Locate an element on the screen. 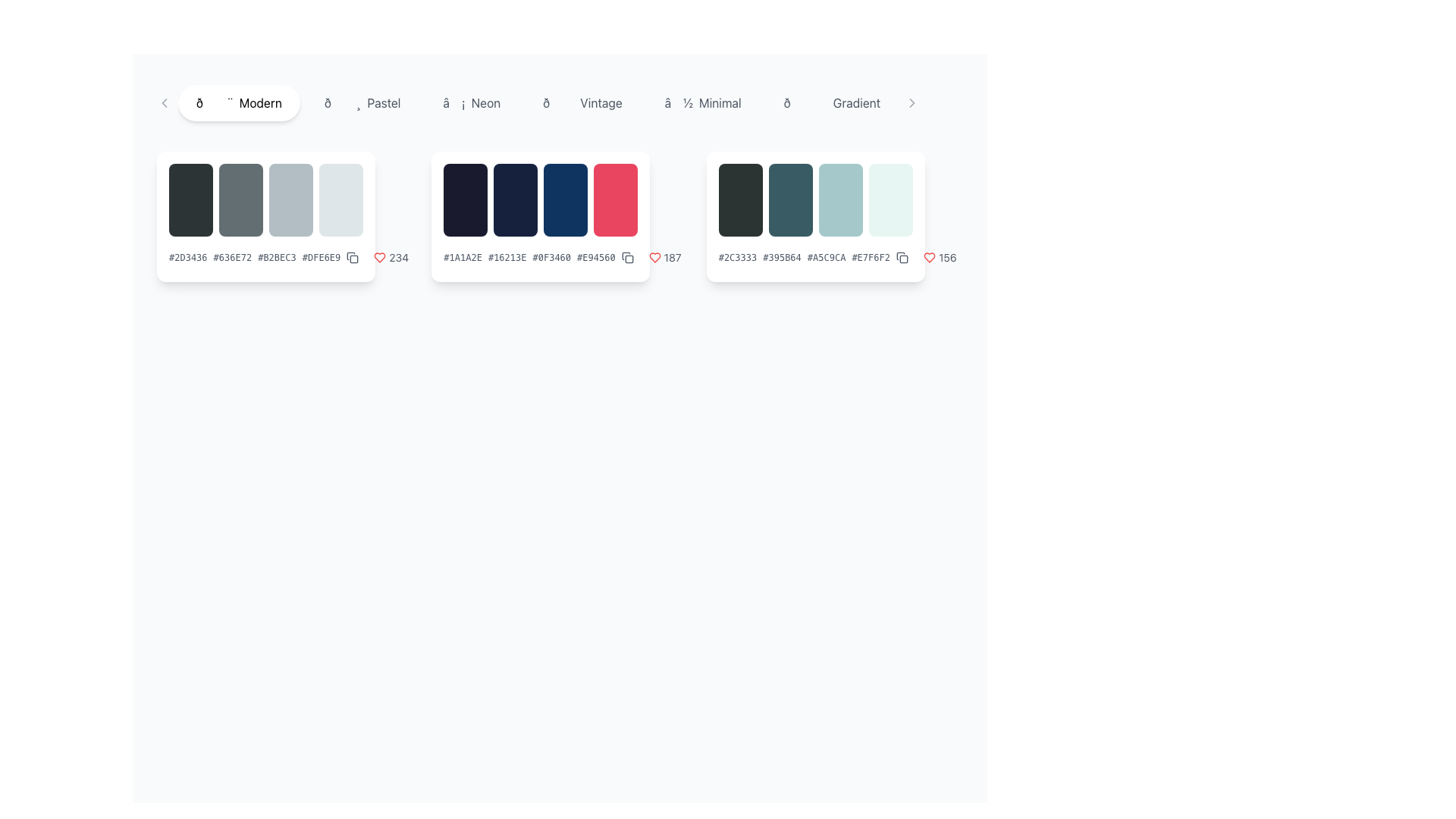  the static text element displaying the hexadecimal color code, which is the last item in a sequence of color codes below the color palette is located at coordinates (595, 256).